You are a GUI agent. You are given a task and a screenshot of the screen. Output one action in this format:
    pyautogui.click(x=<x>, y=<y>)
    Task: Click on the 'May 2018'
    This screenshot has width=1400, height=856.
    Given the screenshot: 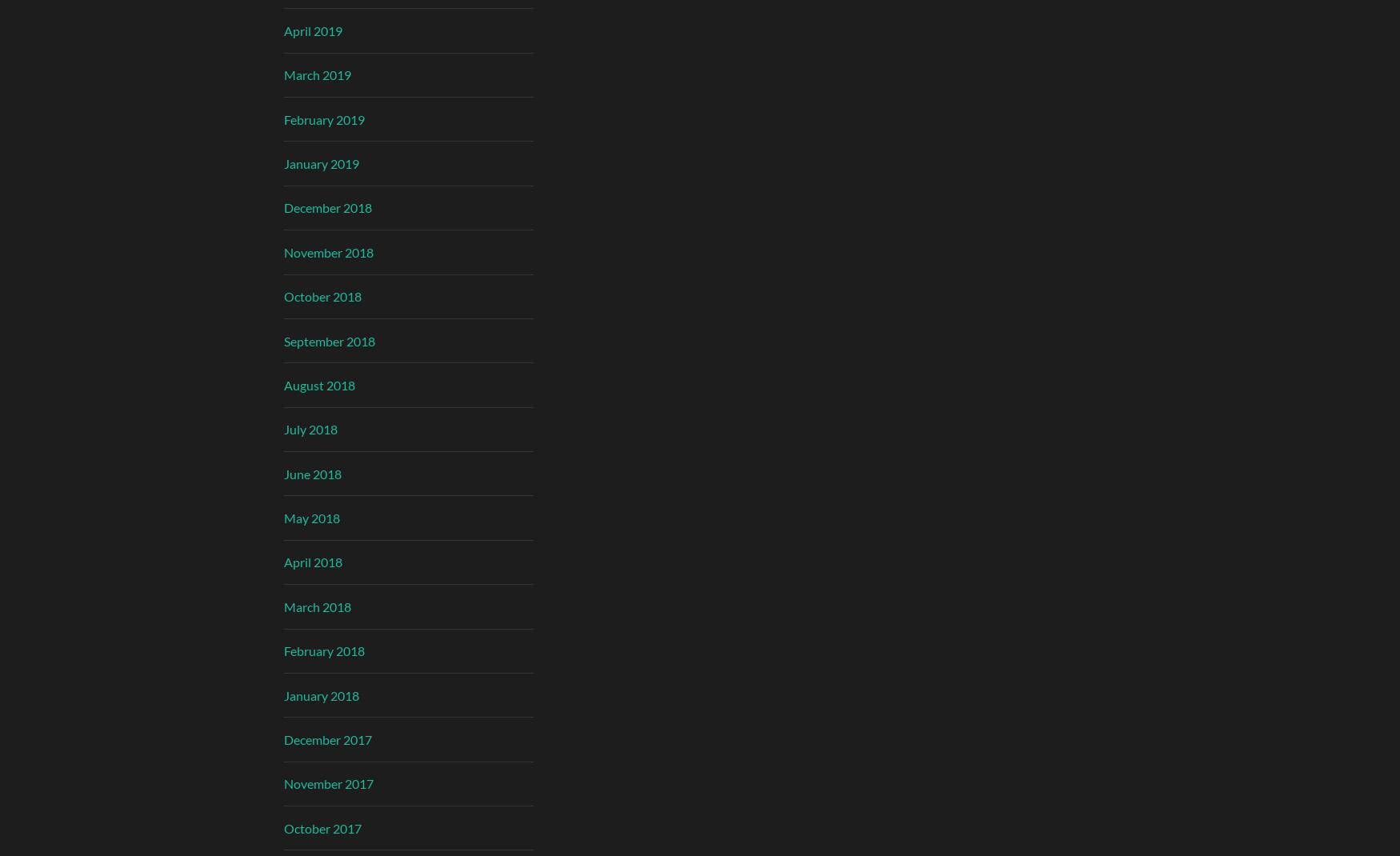 What is the action you would take?
    pyautogui.click(x=311, y=518)
    